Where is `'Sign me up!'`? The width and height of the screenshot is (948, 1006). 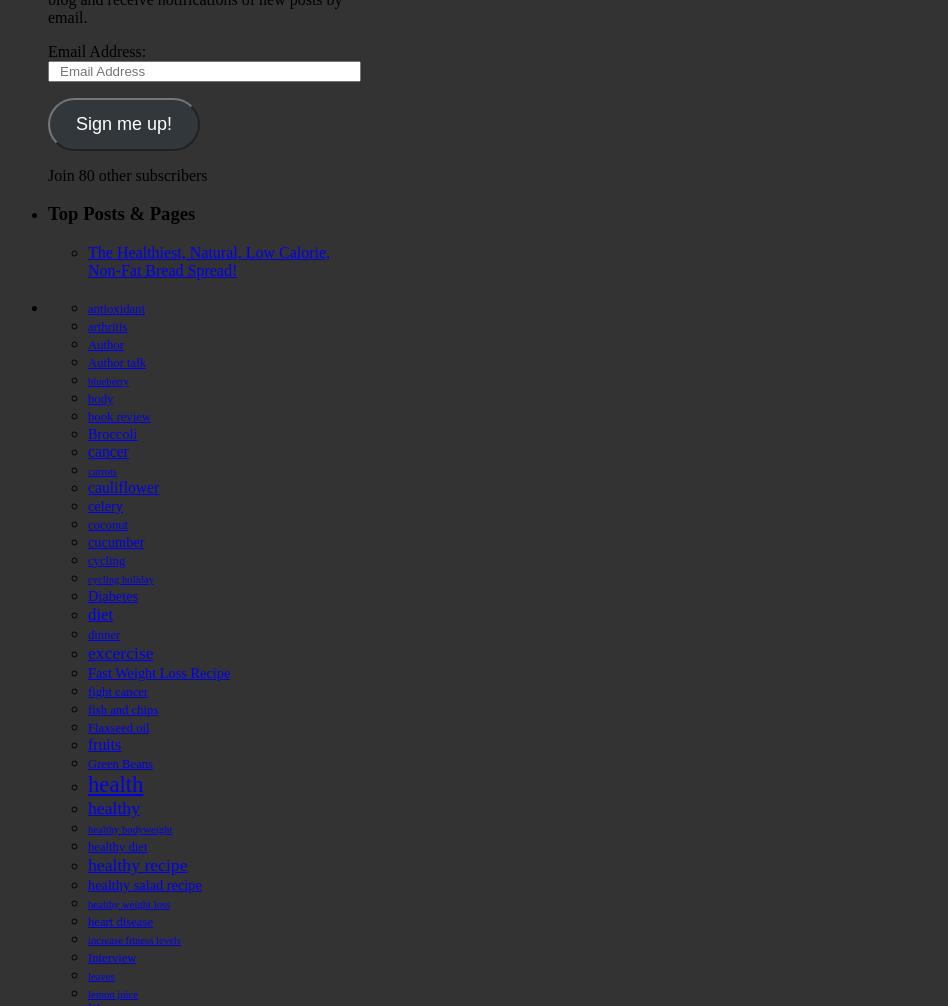 'Sign me up!' is located at coordinates (122, 123).